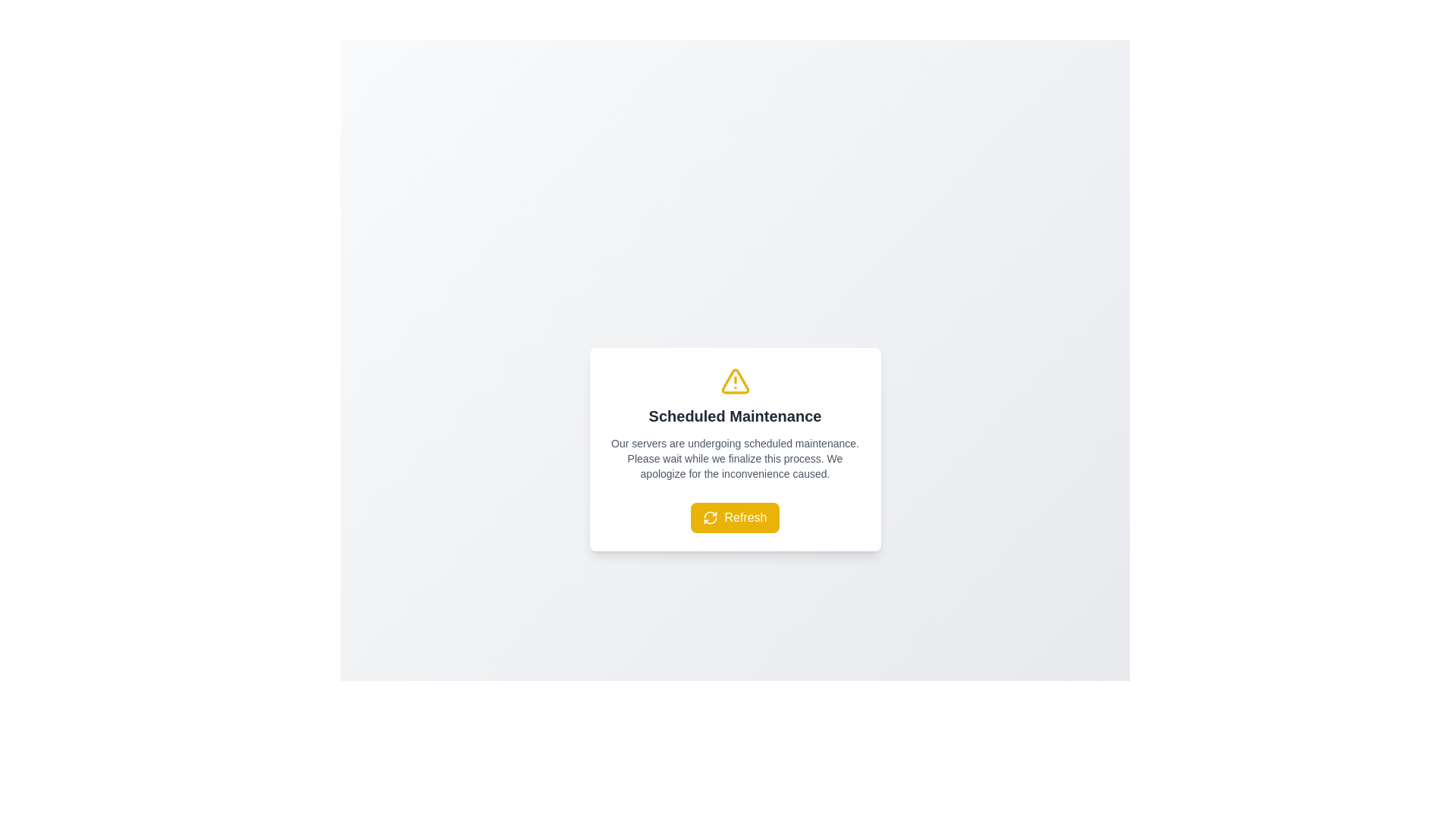  What do you see at coordinates (735, 380) in the screenshot?
I see `the warning icon located at the top center of the modal, which indicates a scheduled maintenance alert above the 'Scheduled Maintenance' text` at bounding box center [735, 380].